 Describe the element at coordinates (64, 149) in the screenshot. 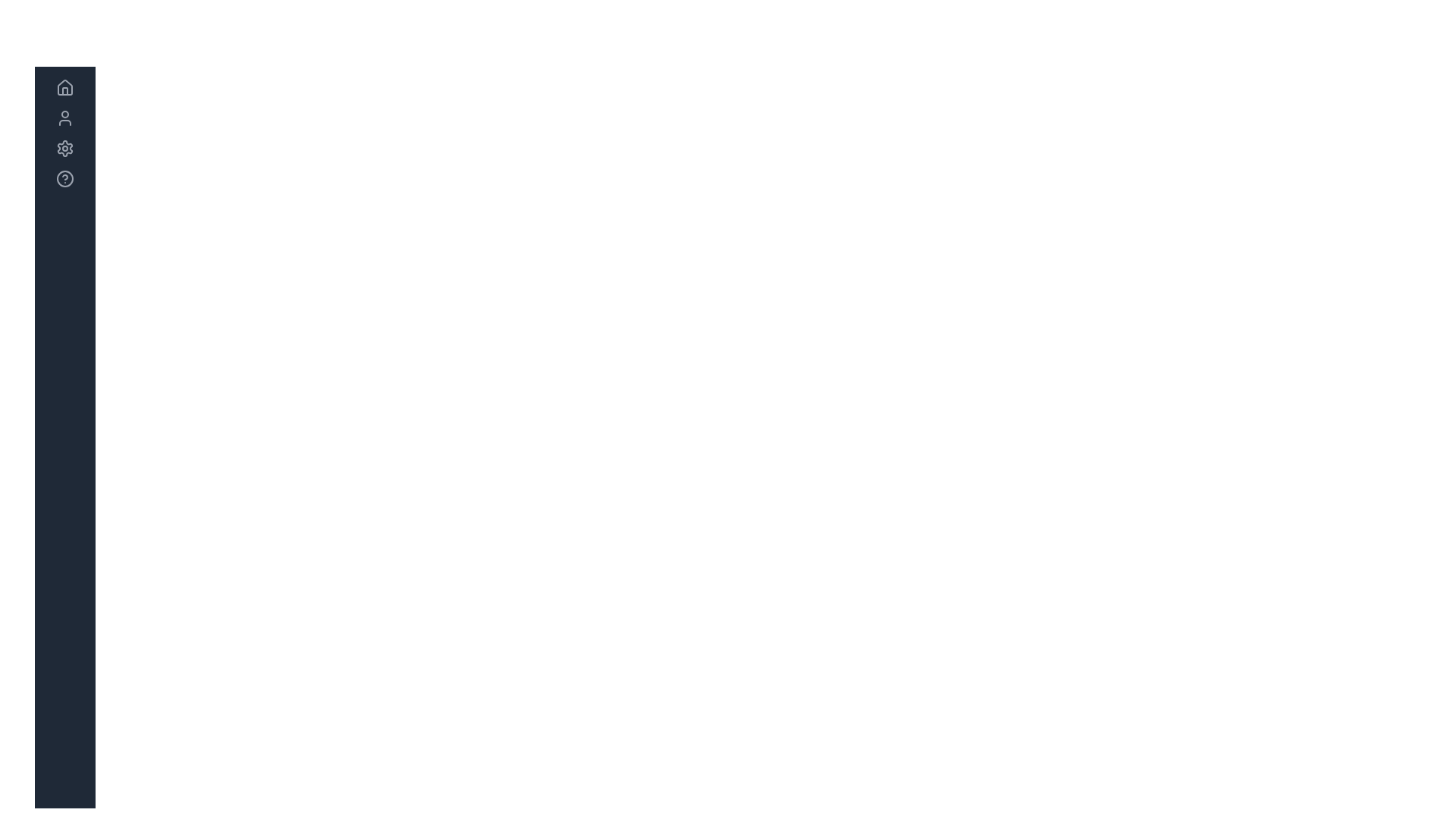

I see `the gear icon in the vertical panel of icons` at that location.